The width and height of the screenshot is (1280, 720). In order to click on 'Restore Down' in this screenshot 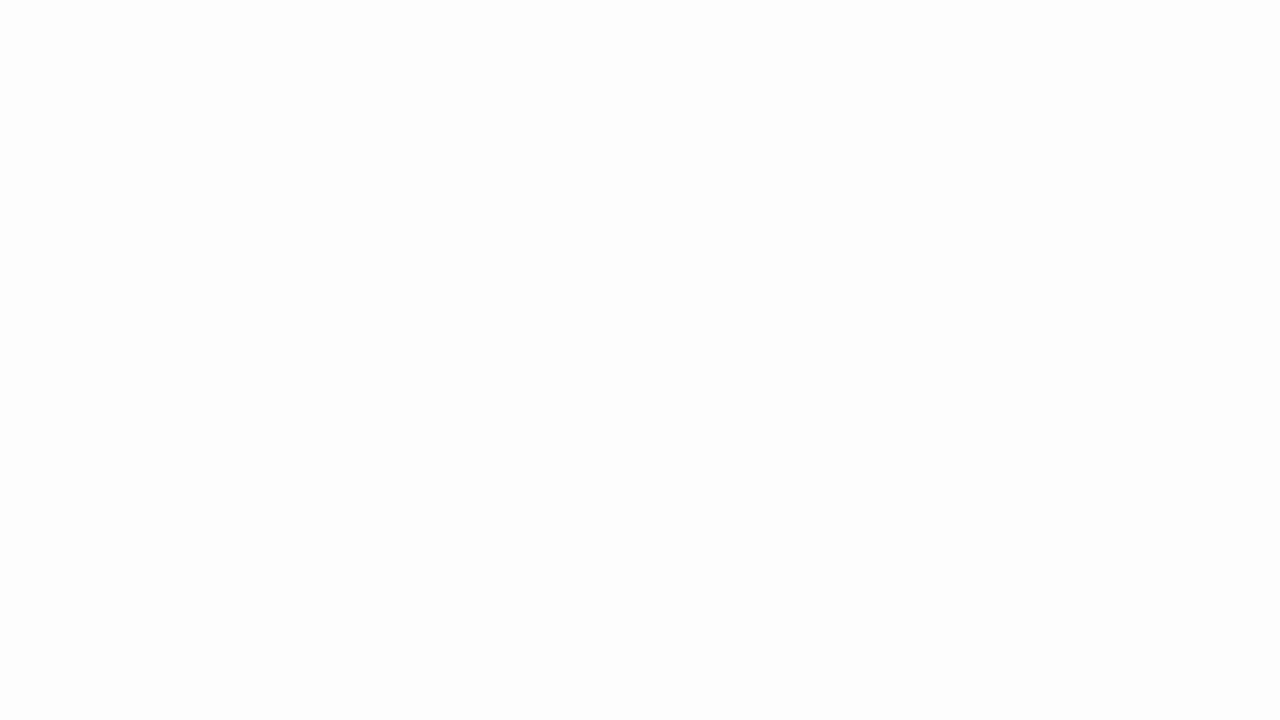, I will do `click(1209, 16)`.